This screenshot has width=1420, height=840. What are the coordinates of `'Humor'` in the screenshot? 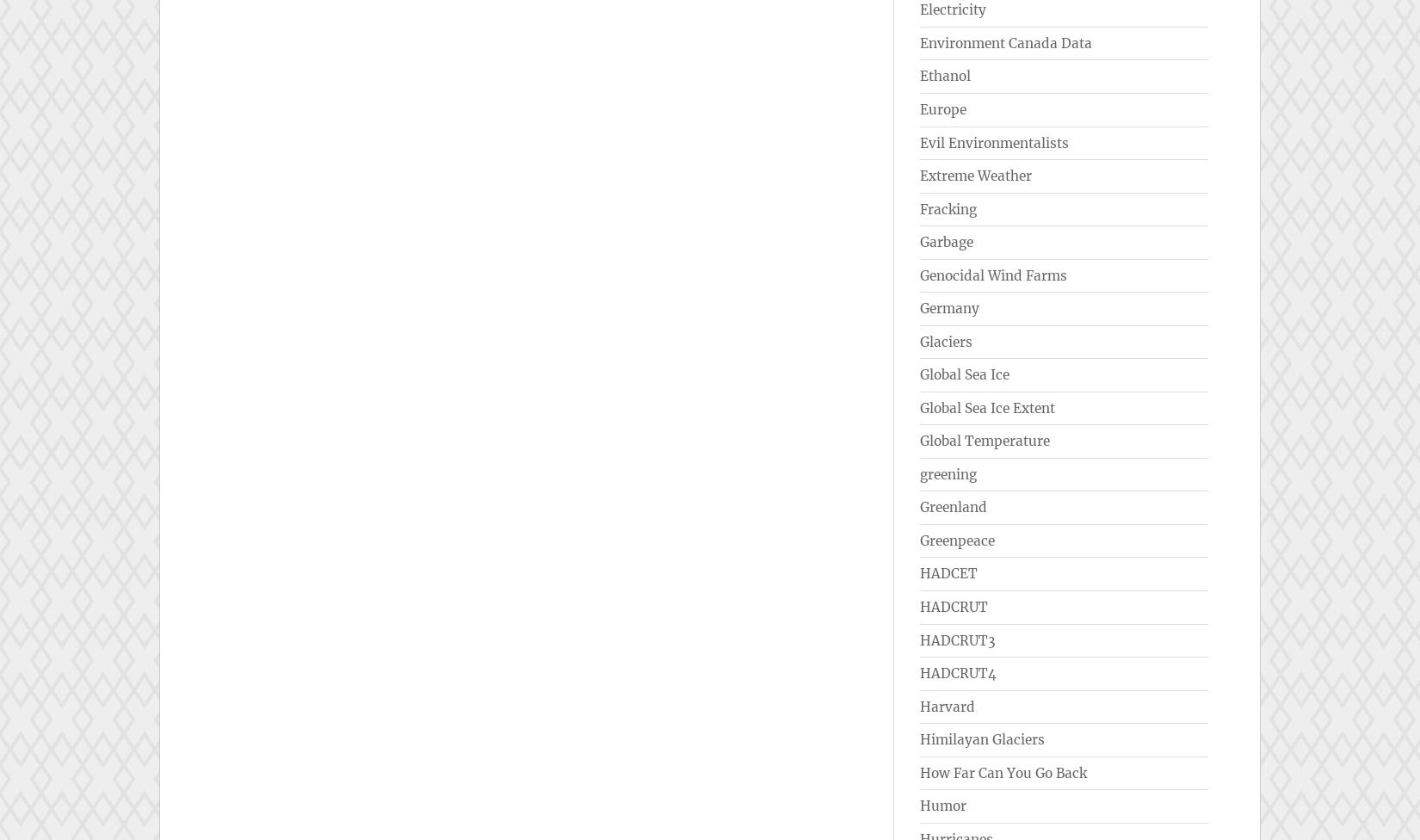 It's located at (942, 805).